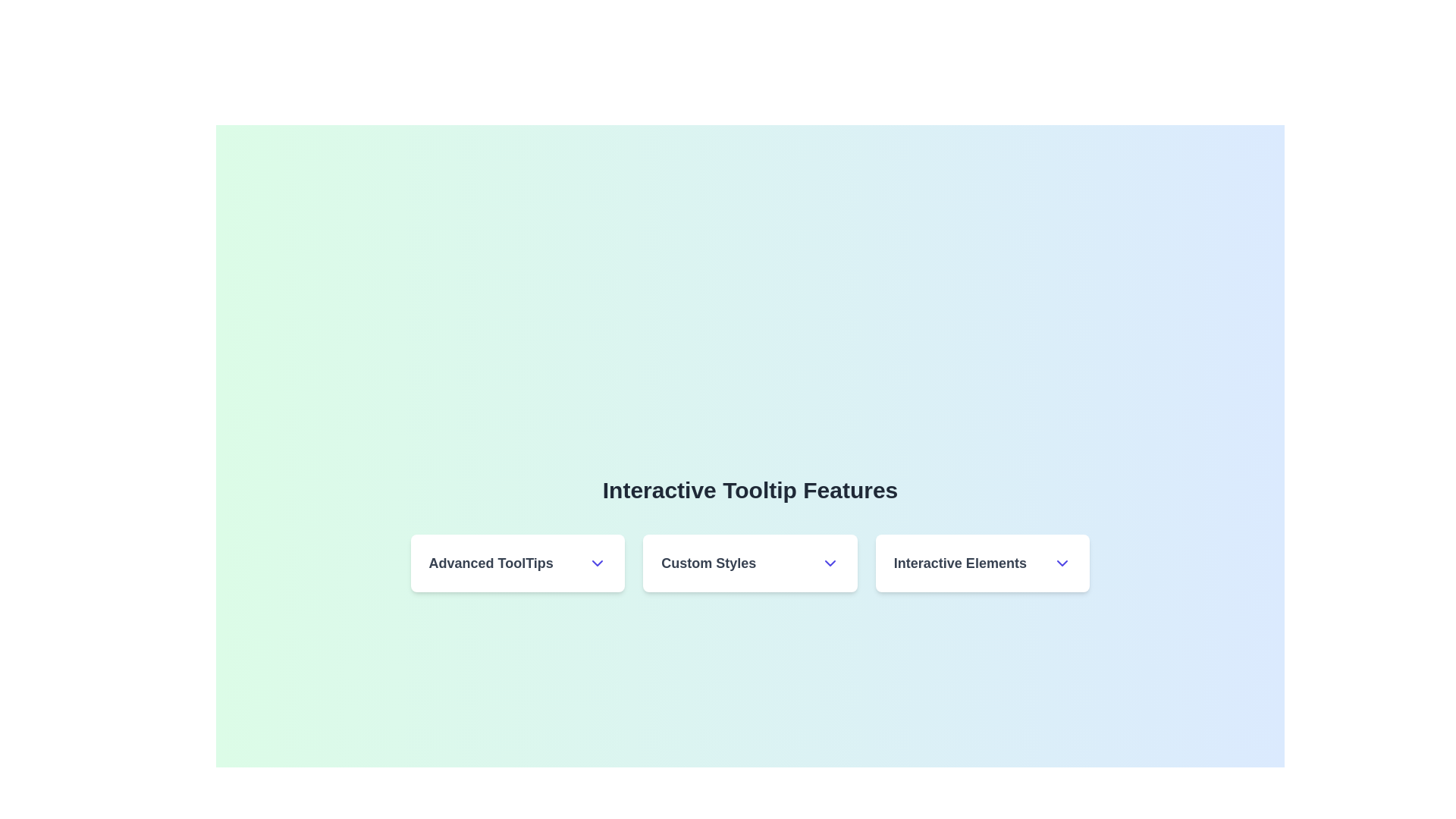  What do you see at coordinates (750, 563) in the screenshot?
I see `the 'Custom Styles' dropdown button, which is a white rectangular button with rounded corners and a blue downward-pointing arrow` at bounding box center [750, 563].